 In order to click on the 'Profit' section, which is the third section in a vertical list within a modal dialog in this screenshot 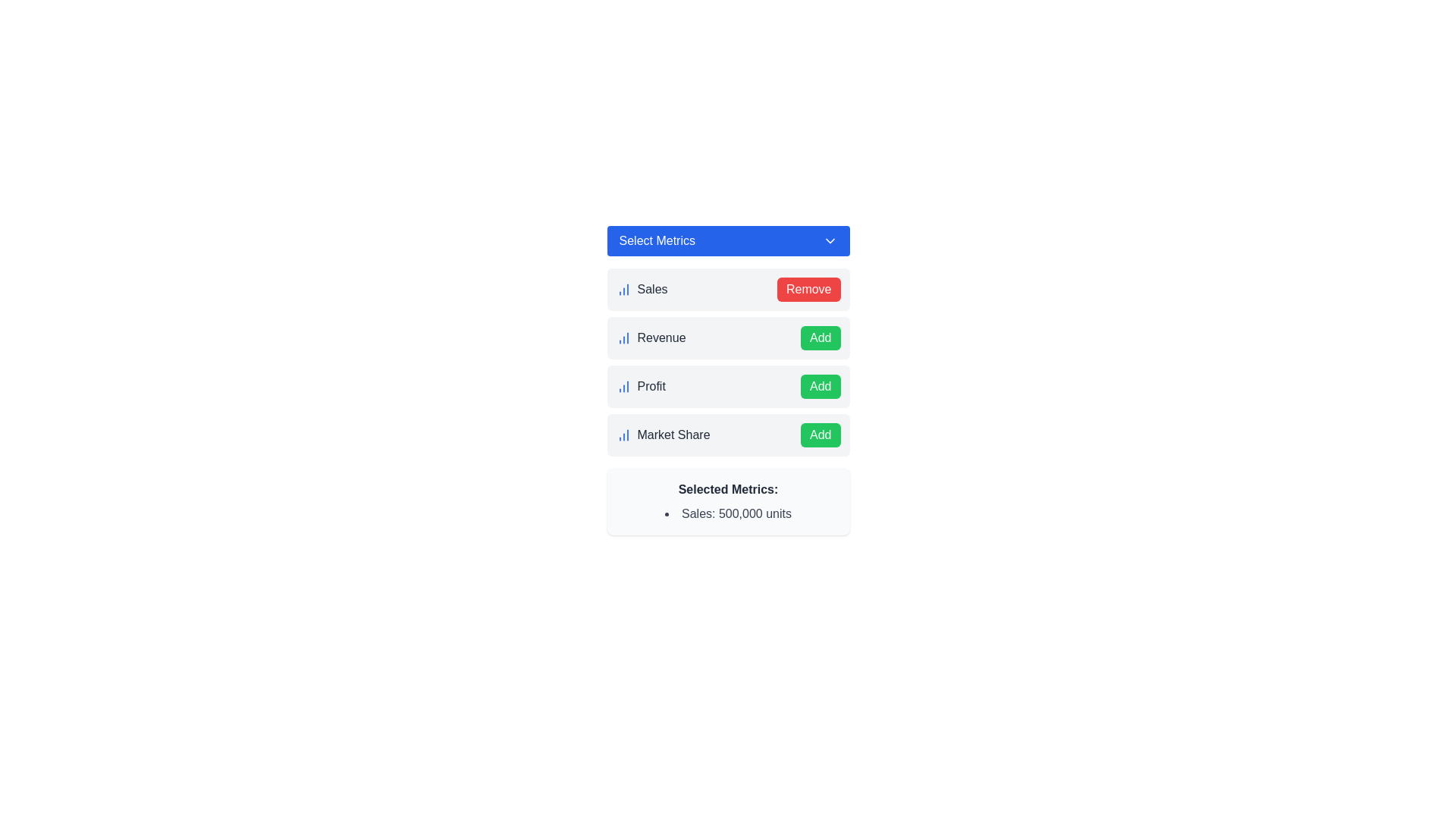, I will do `click(728, 379)`.